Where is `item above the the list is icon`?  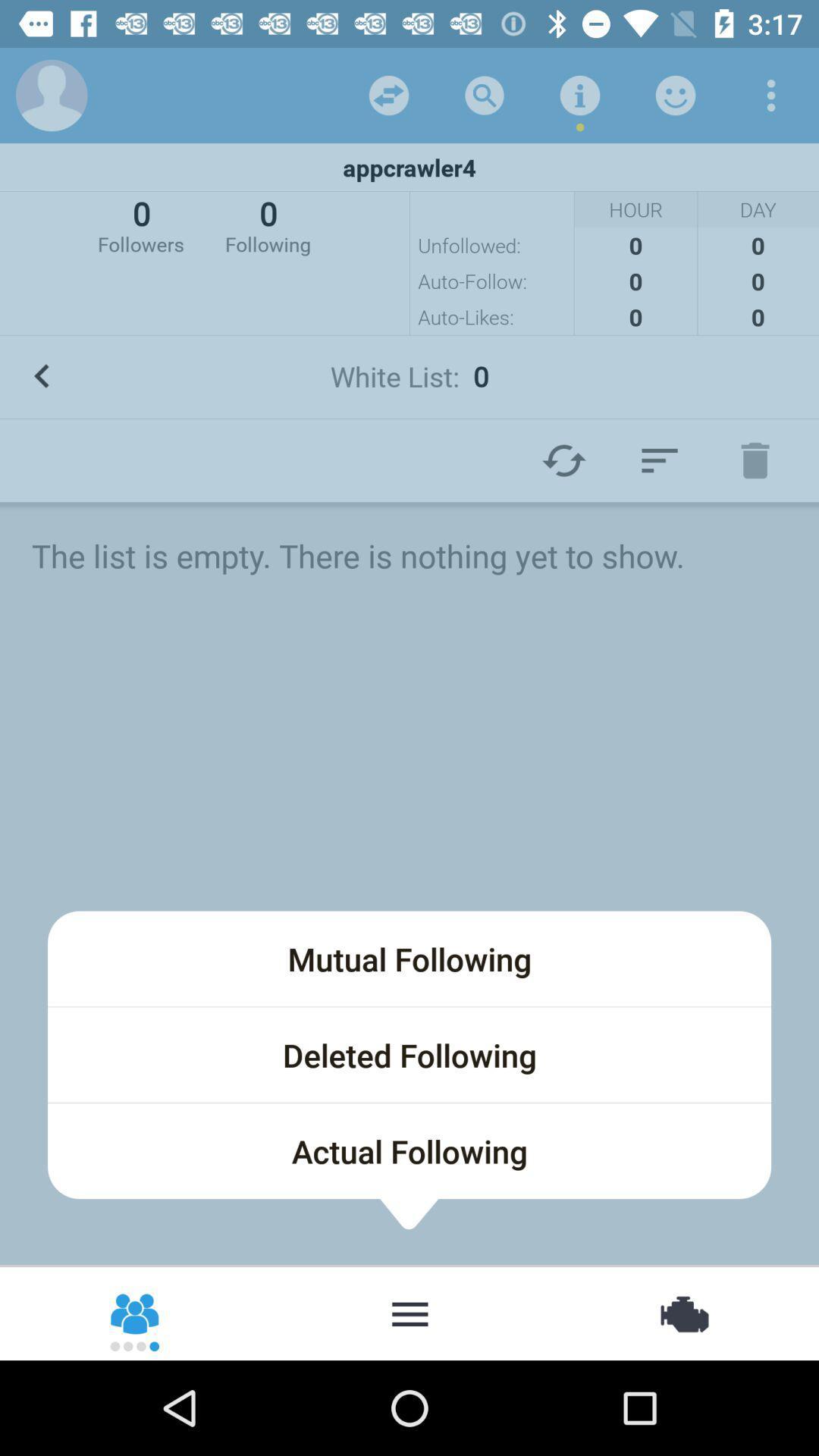 item above the the list is icon is located at coordinates (659, 460).